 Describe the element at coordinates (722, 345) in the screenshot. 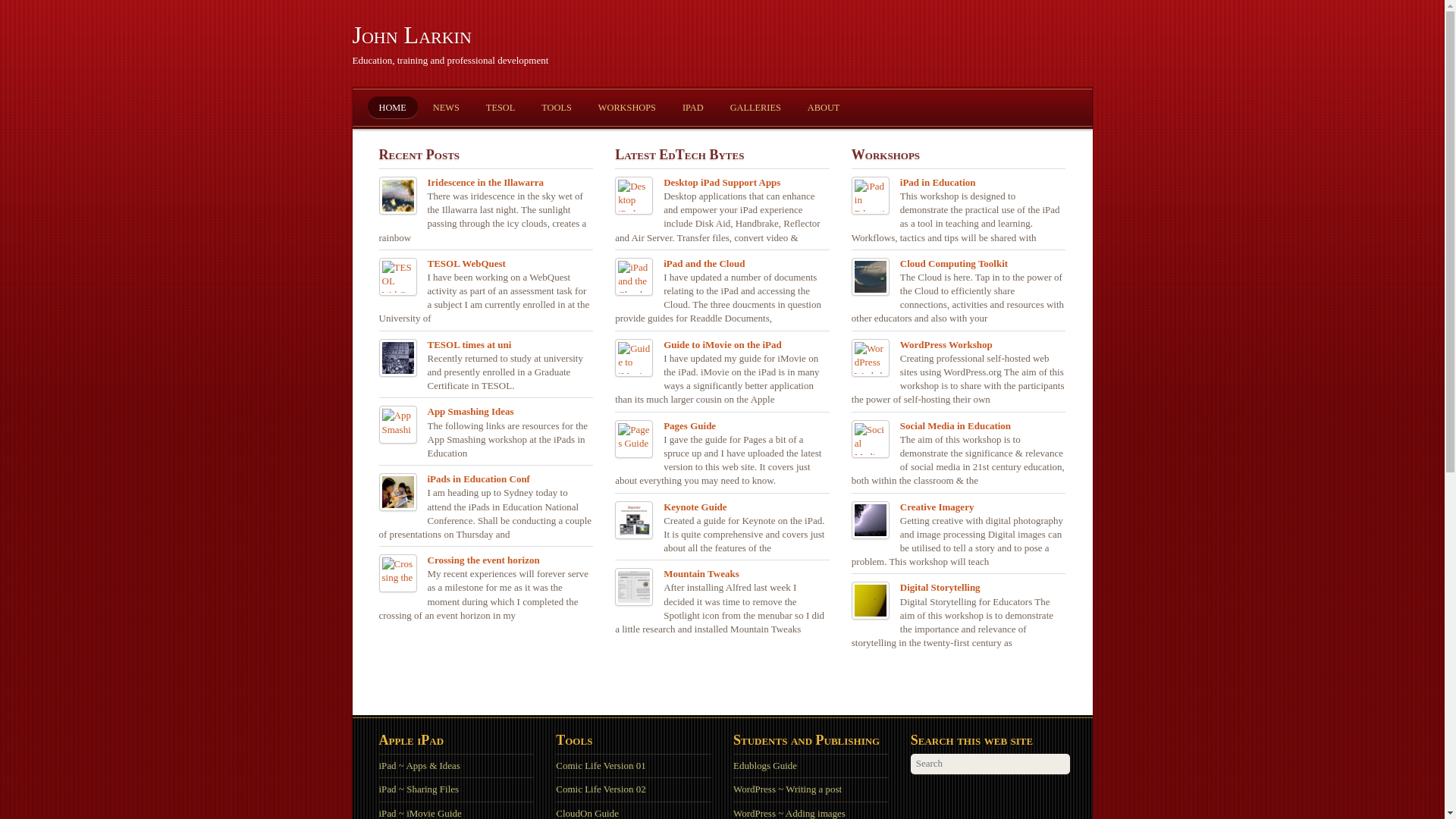

I see `'Guide to iMovie on the iPad'` at that location.